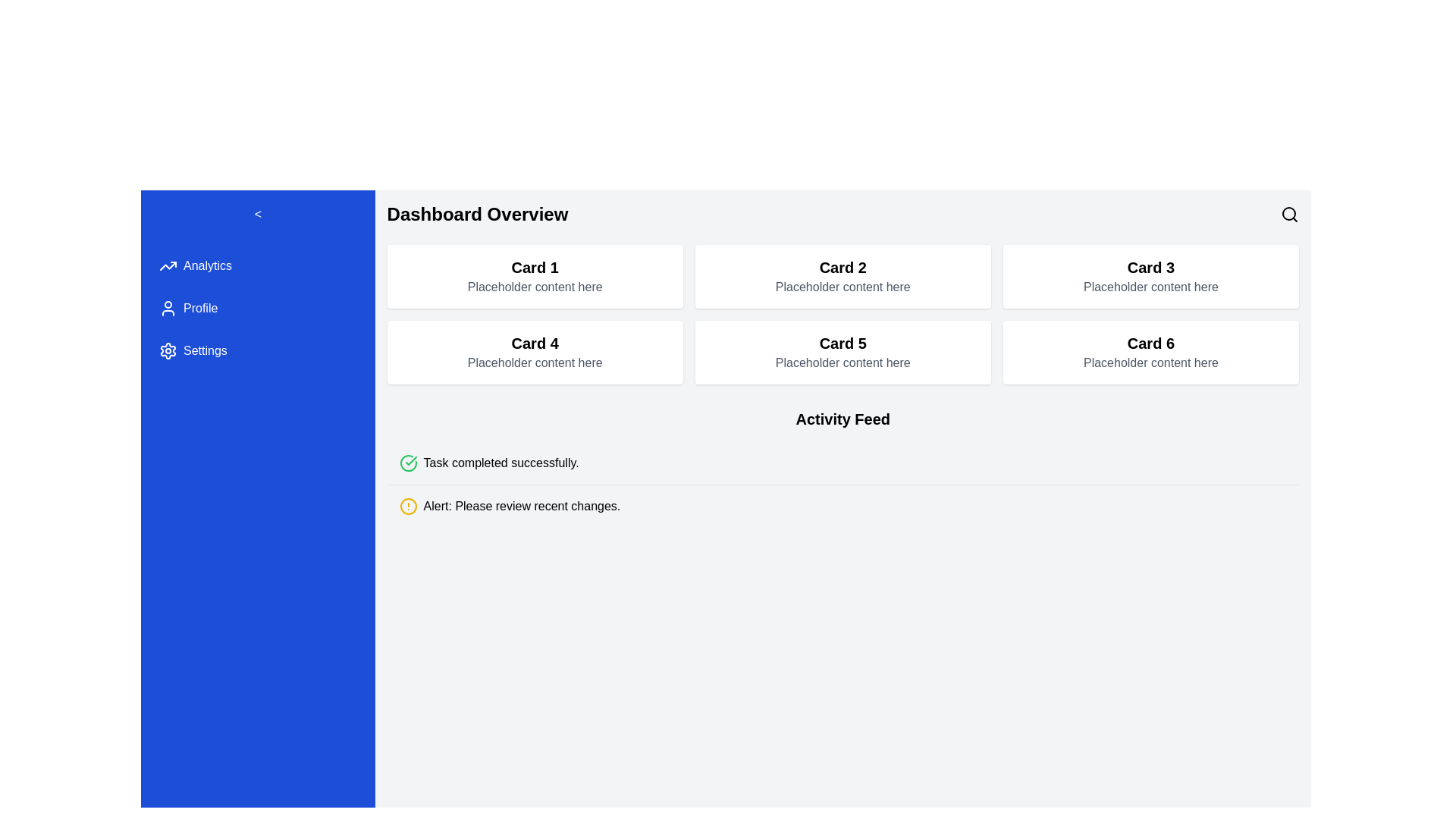 This screenshot has height=819, width=1456. I want to click on the 'Analytics' text label in the vertical navigation menu, which is located beneath a trending line icon and above the 'Profile' and 'Settings' sections, so click(206, 265).